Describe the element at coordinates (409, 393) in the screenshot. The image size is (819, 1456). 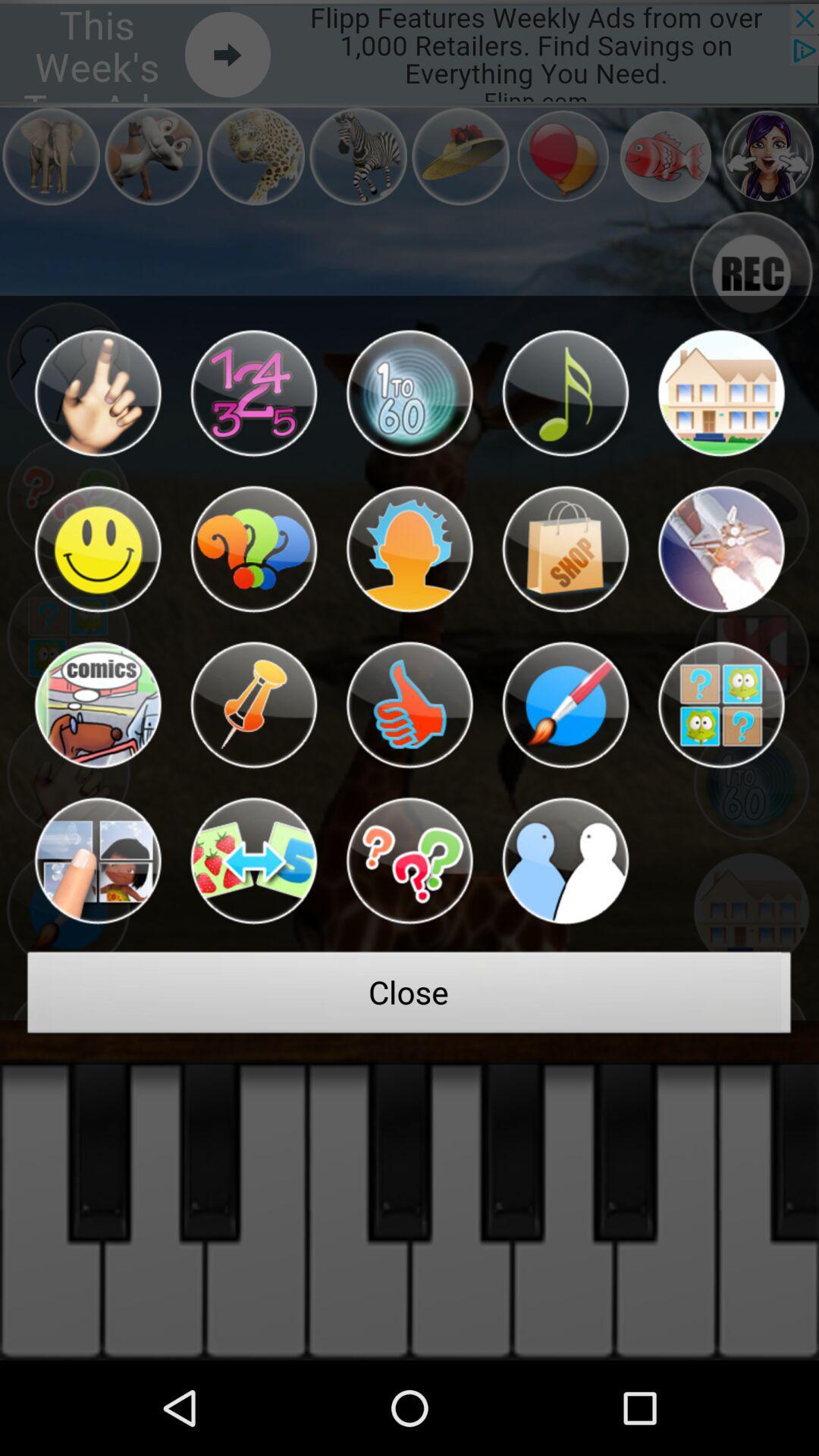
I see `item at the top` at that location.